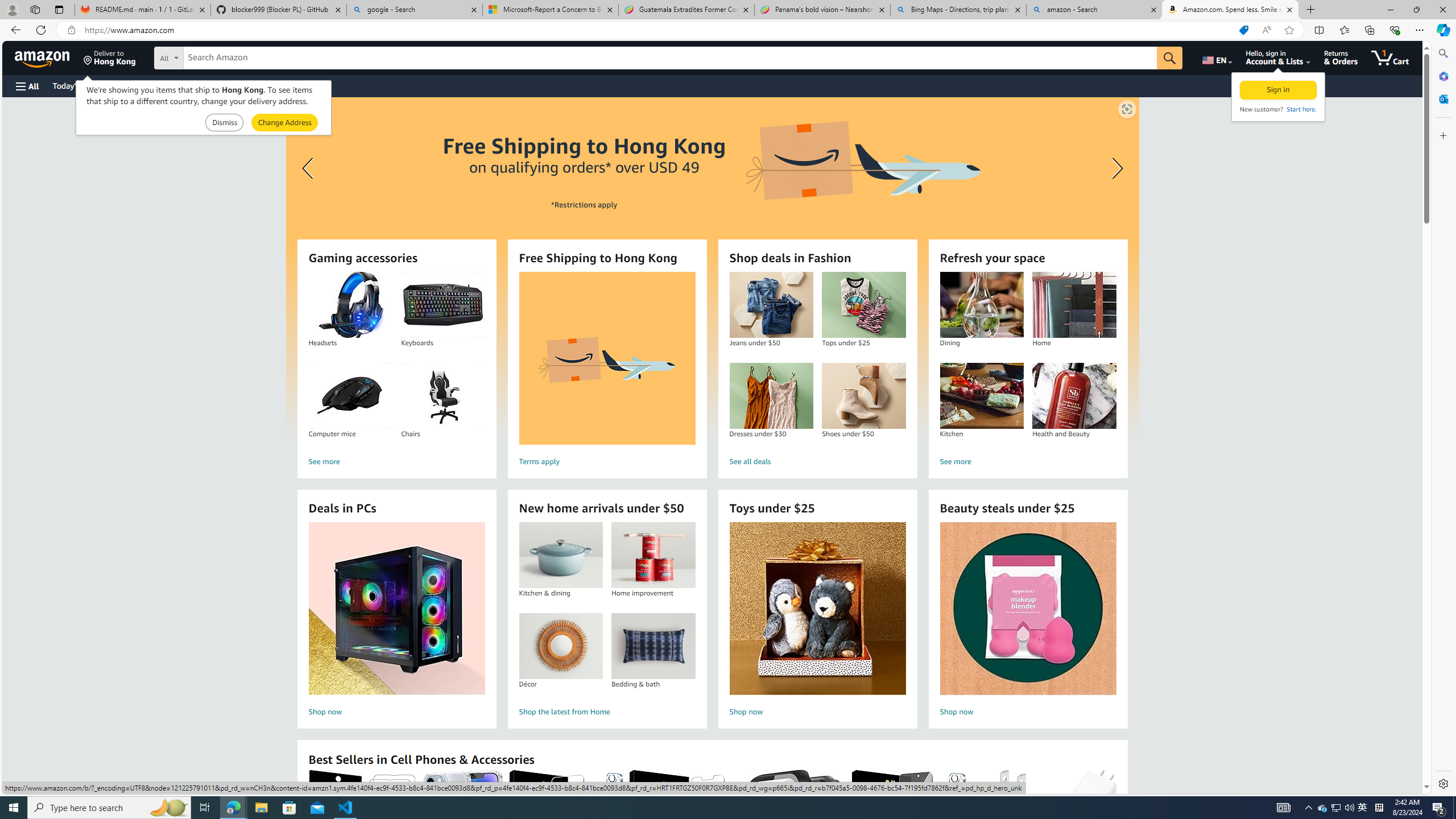 This screenshot has width=1456, height=819. What do you see at coordinates (981, 305) in the screenshot?
I see `'Dining'` at bounding box center [981, 305].